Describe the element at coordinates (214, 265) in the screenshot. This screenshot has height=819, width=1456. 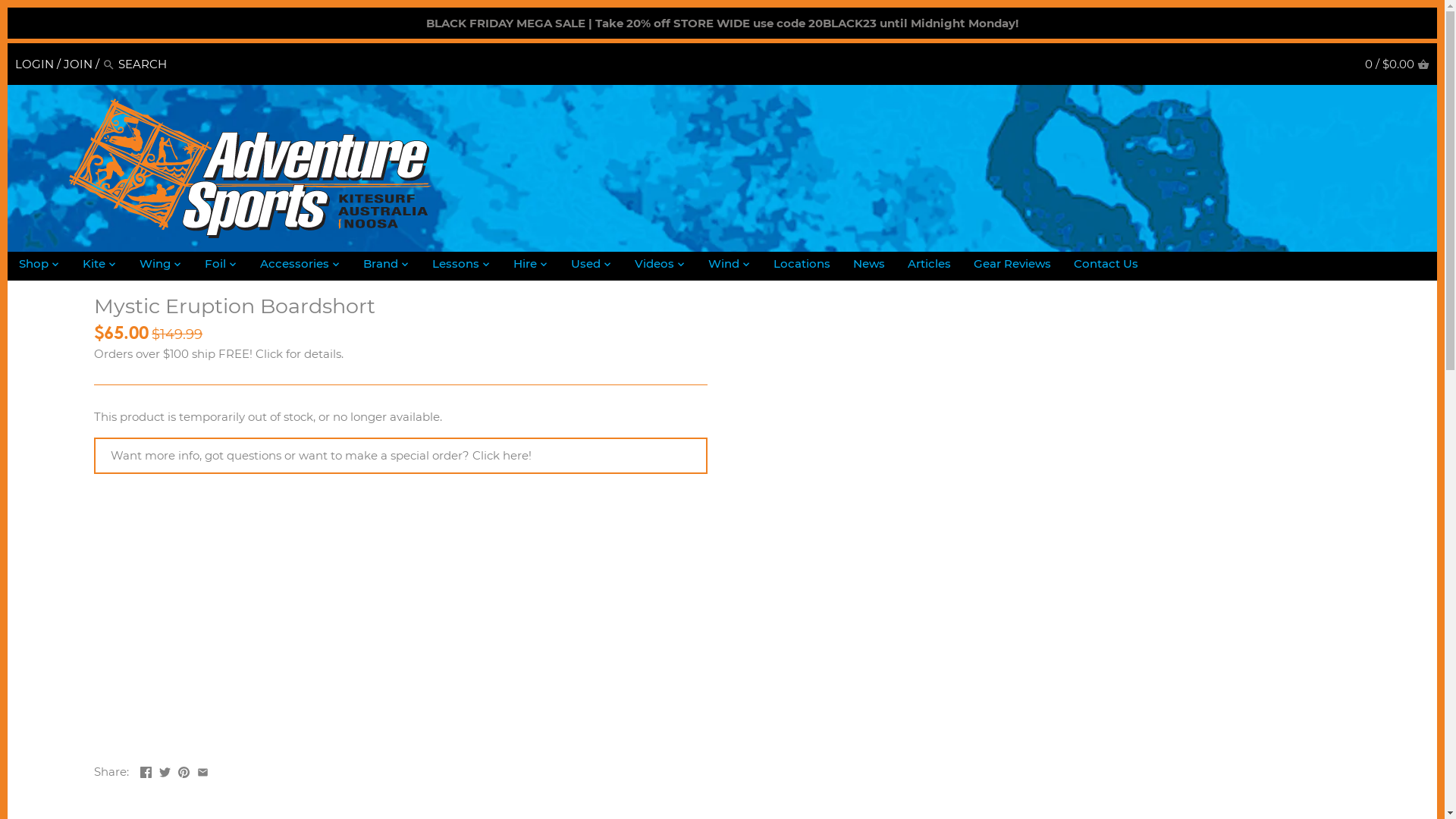
I see `'Foil'` at that location.